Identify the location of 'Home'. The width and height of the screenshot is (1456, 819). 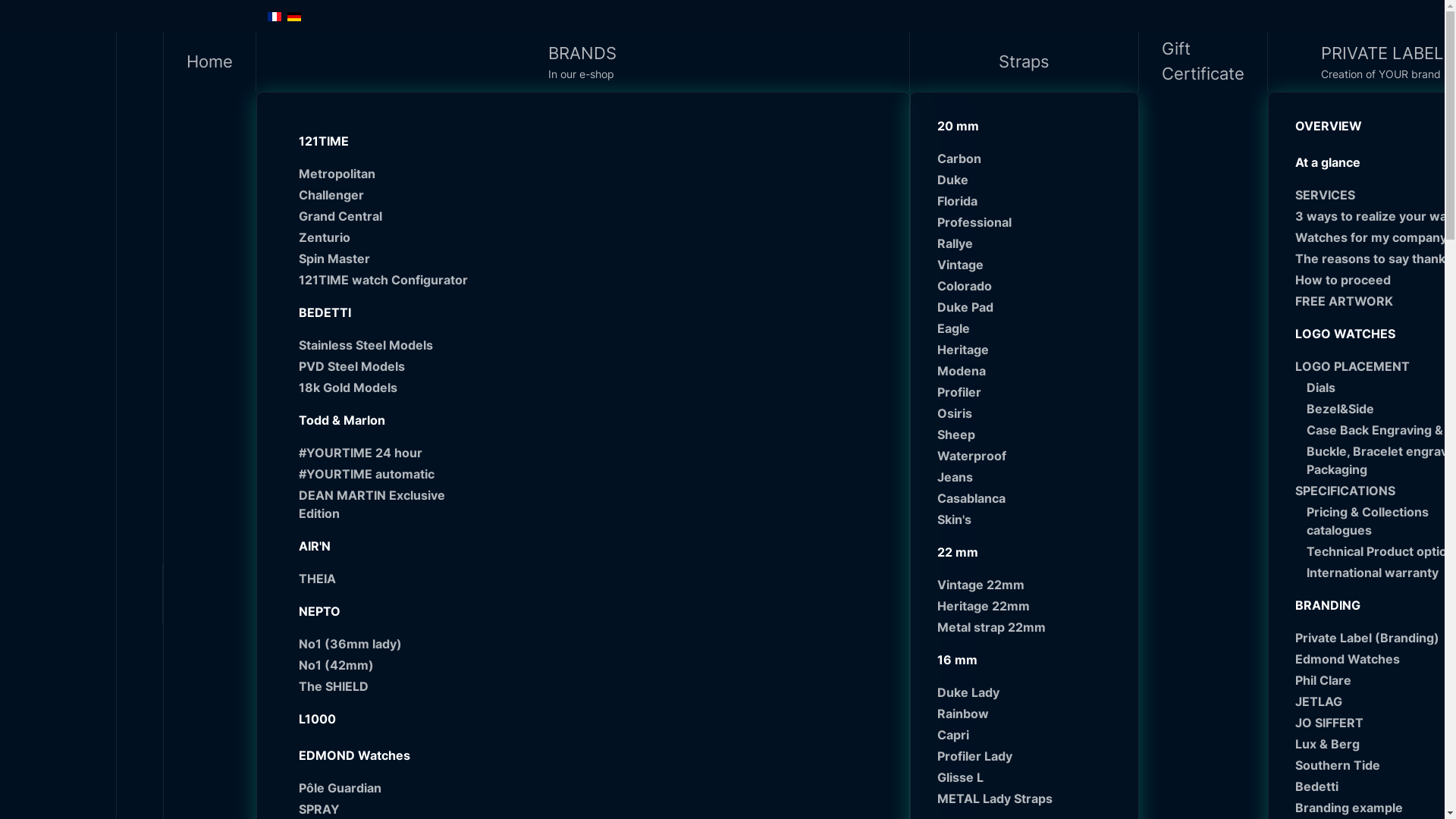
(209, 61).